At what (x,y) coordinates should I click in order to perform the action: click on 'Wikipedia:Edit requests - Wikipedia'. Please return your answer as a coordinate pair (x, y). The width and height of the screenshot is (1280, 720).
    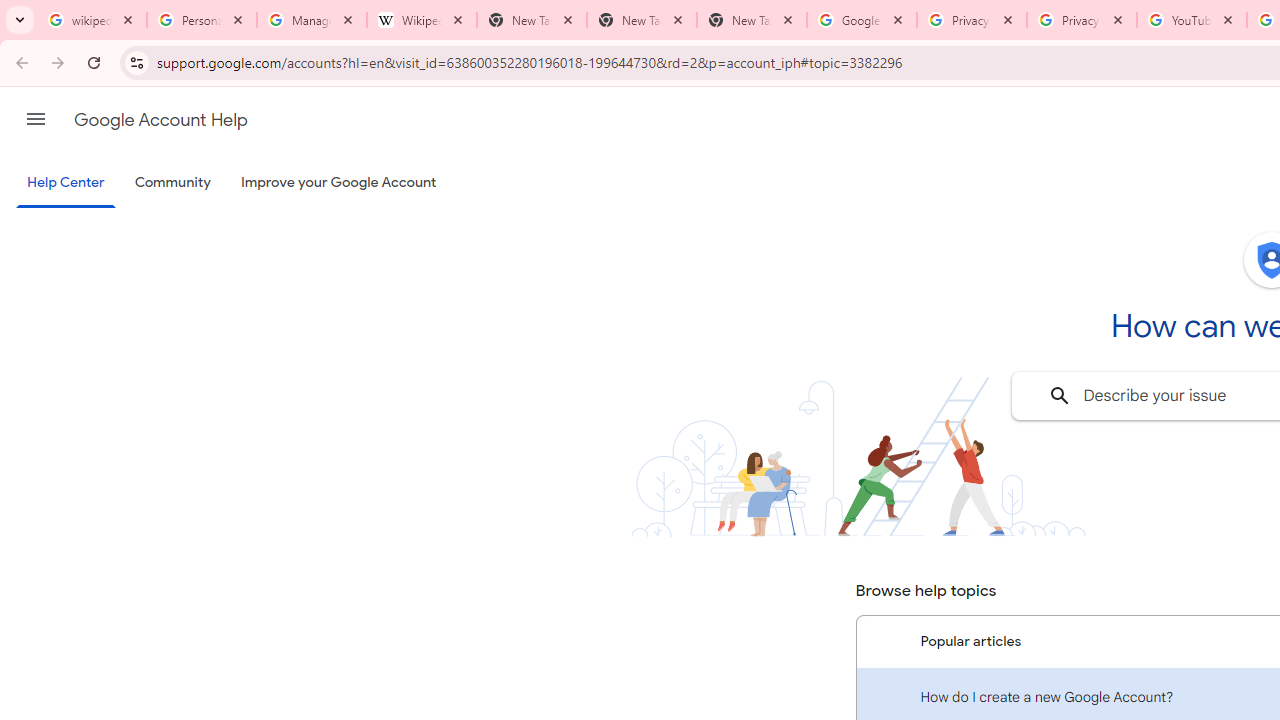
    Looking at the image, I should click on (421, 20).